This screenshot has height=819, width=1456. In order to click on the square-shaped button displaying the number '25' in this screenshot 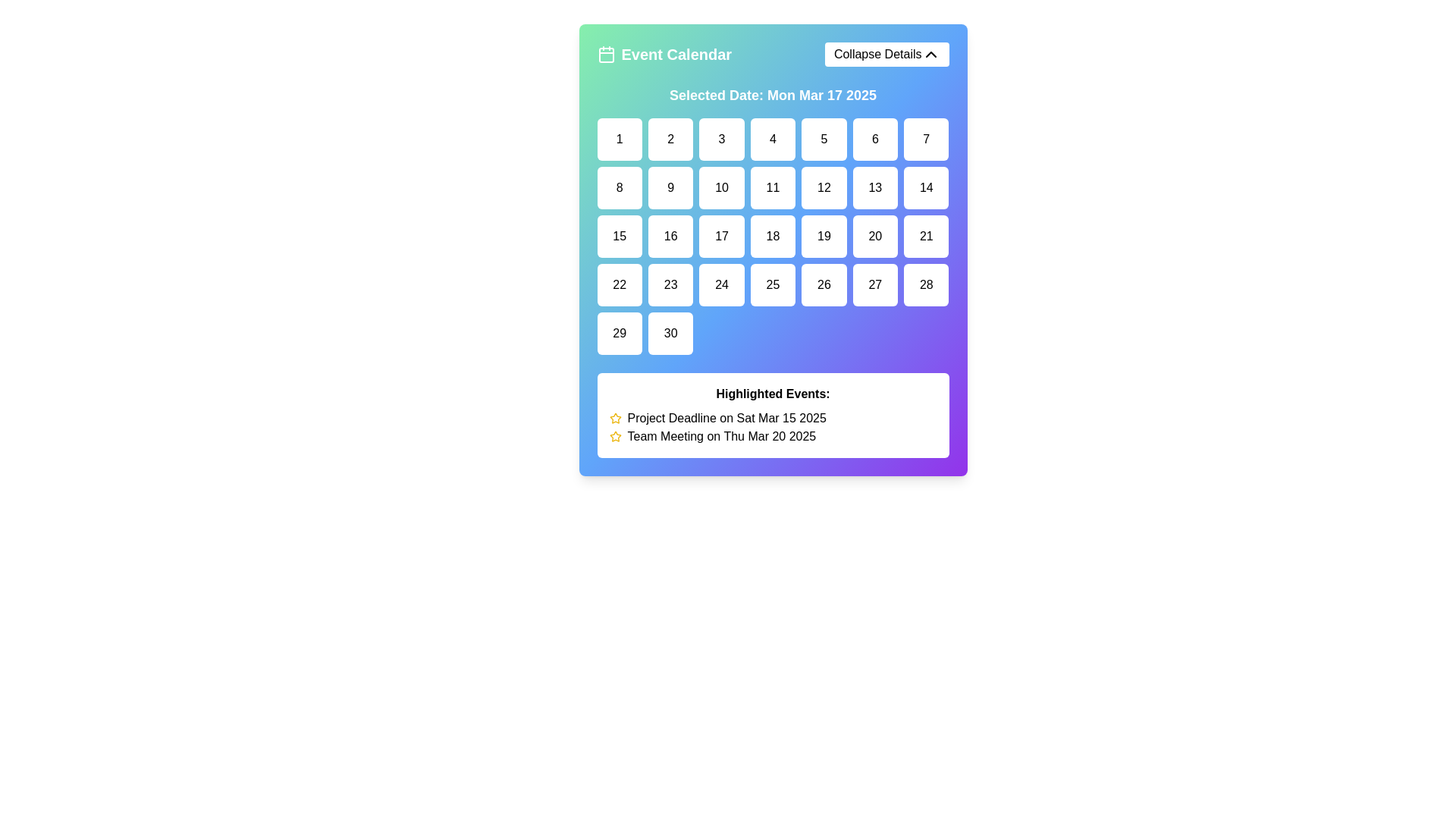, I will do `click(773, 284)`.